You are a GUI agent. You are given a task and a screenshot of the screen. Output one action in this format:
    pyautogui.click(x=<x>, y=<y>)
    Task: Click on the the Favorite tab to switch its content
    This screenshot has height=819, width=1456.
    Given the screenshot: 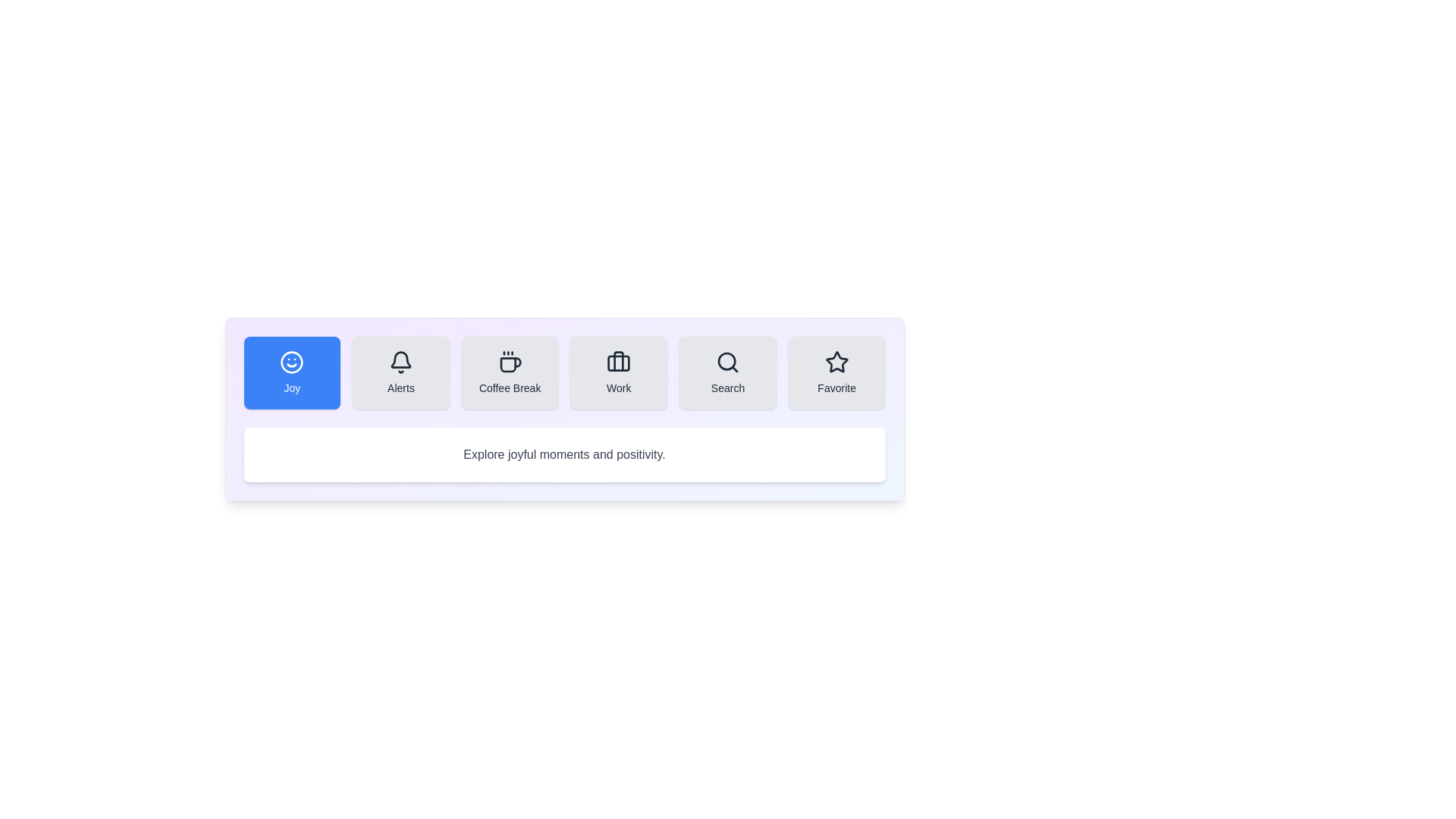 What is the action you would take?
    pyautogui.click(x=836, y=373)
    